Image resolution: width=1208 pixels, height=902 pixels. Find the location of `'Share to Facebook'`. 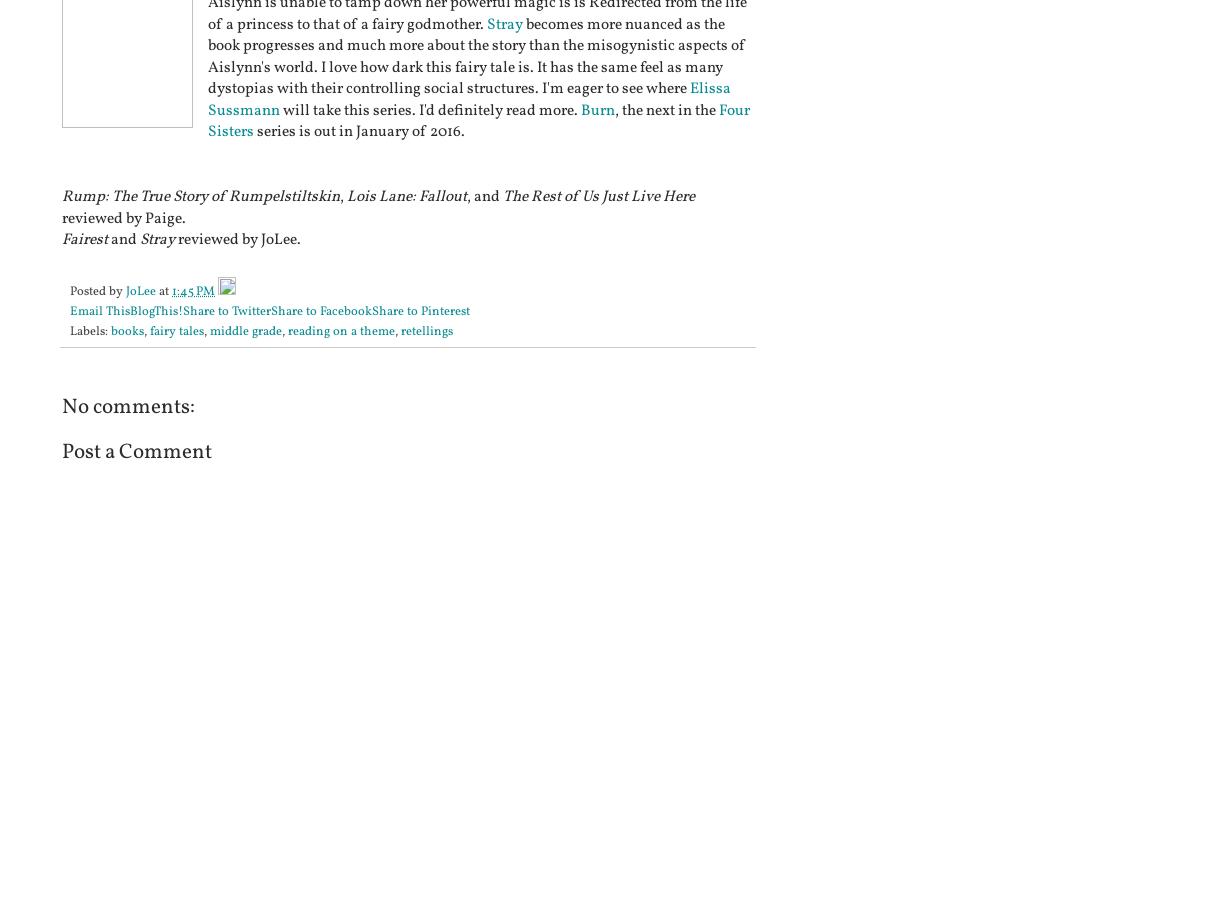

'Share to Facebook' is located at coordinates (320, 310).